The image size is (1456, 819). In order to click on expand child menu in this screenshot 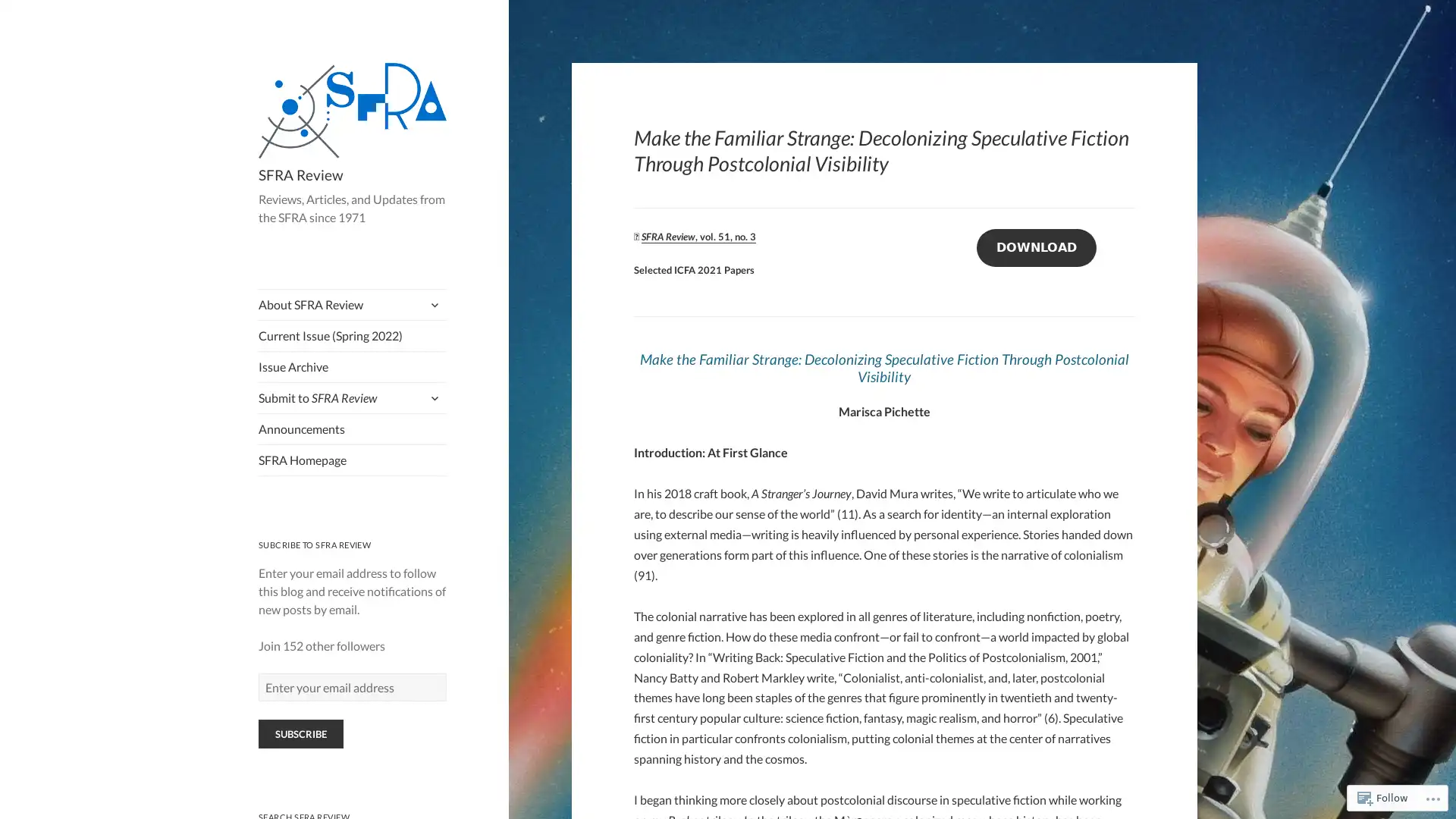, I will do `click(432, 304)`.